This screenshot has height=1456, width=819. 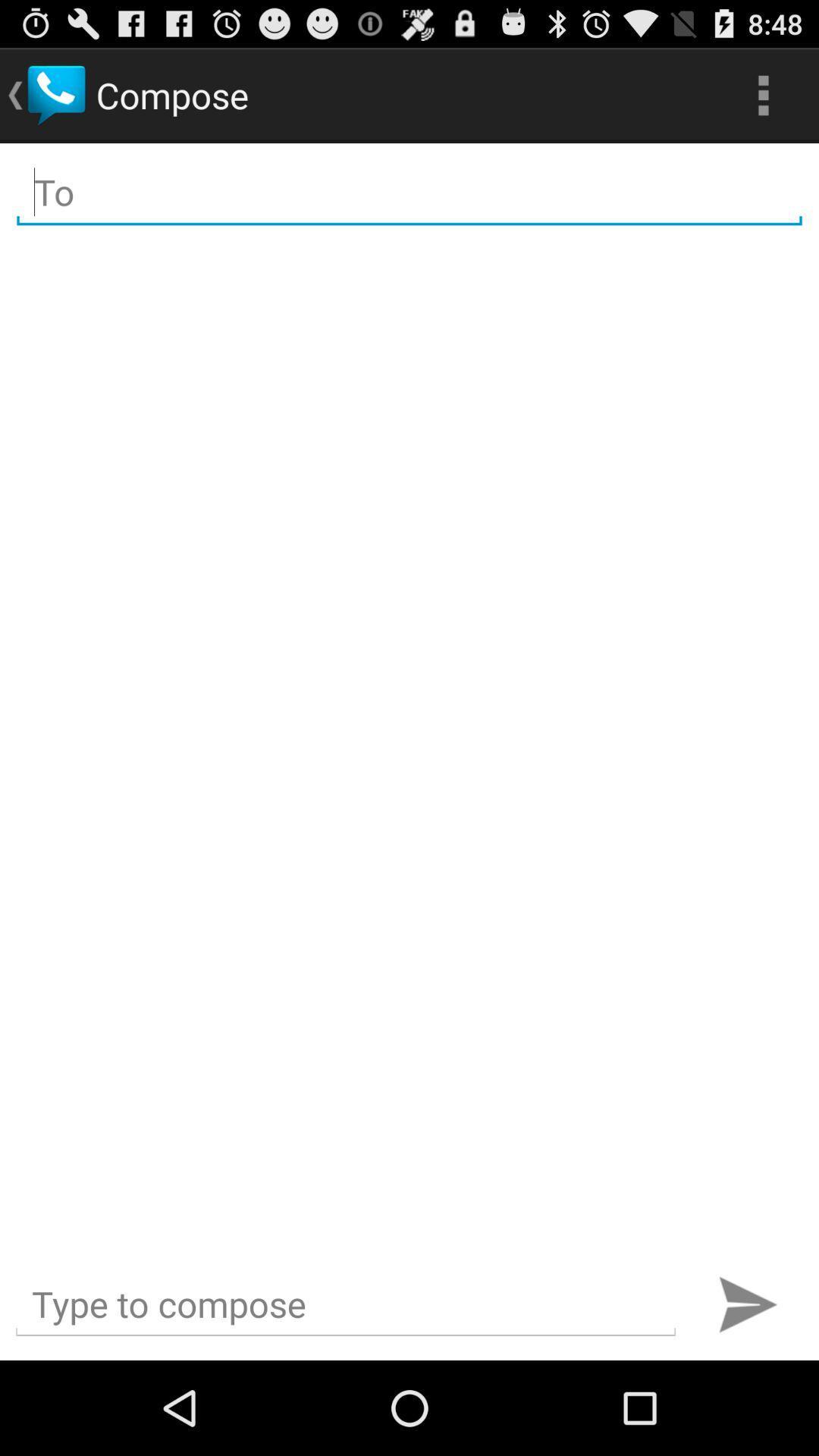 What do you see at coordinates (345, 1304) in the screenshot?
I see `text` at bounding box center [345, 1304].